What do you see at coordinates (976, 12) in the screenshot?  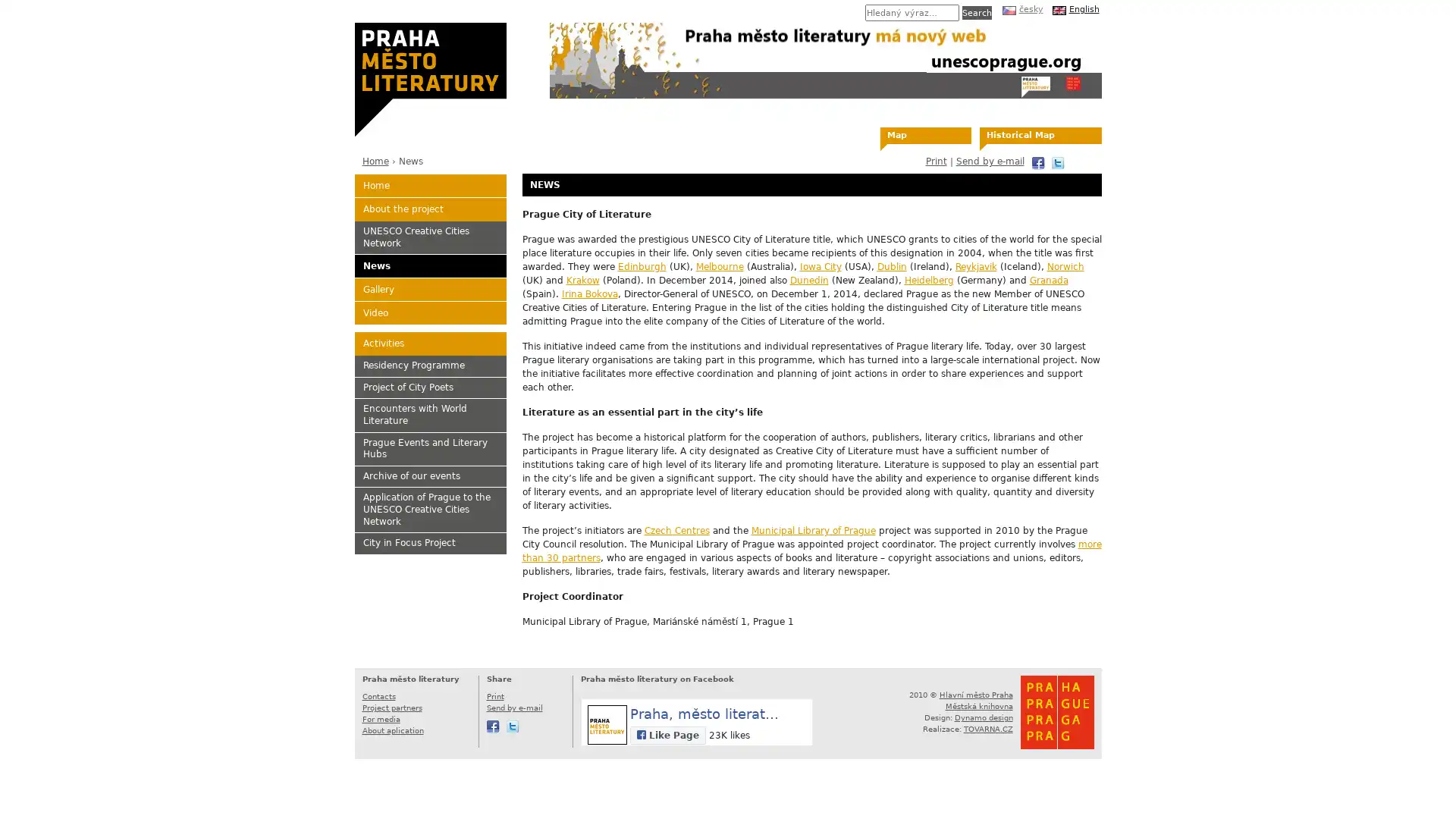 I see `Search` at bounding box center [976, 12].